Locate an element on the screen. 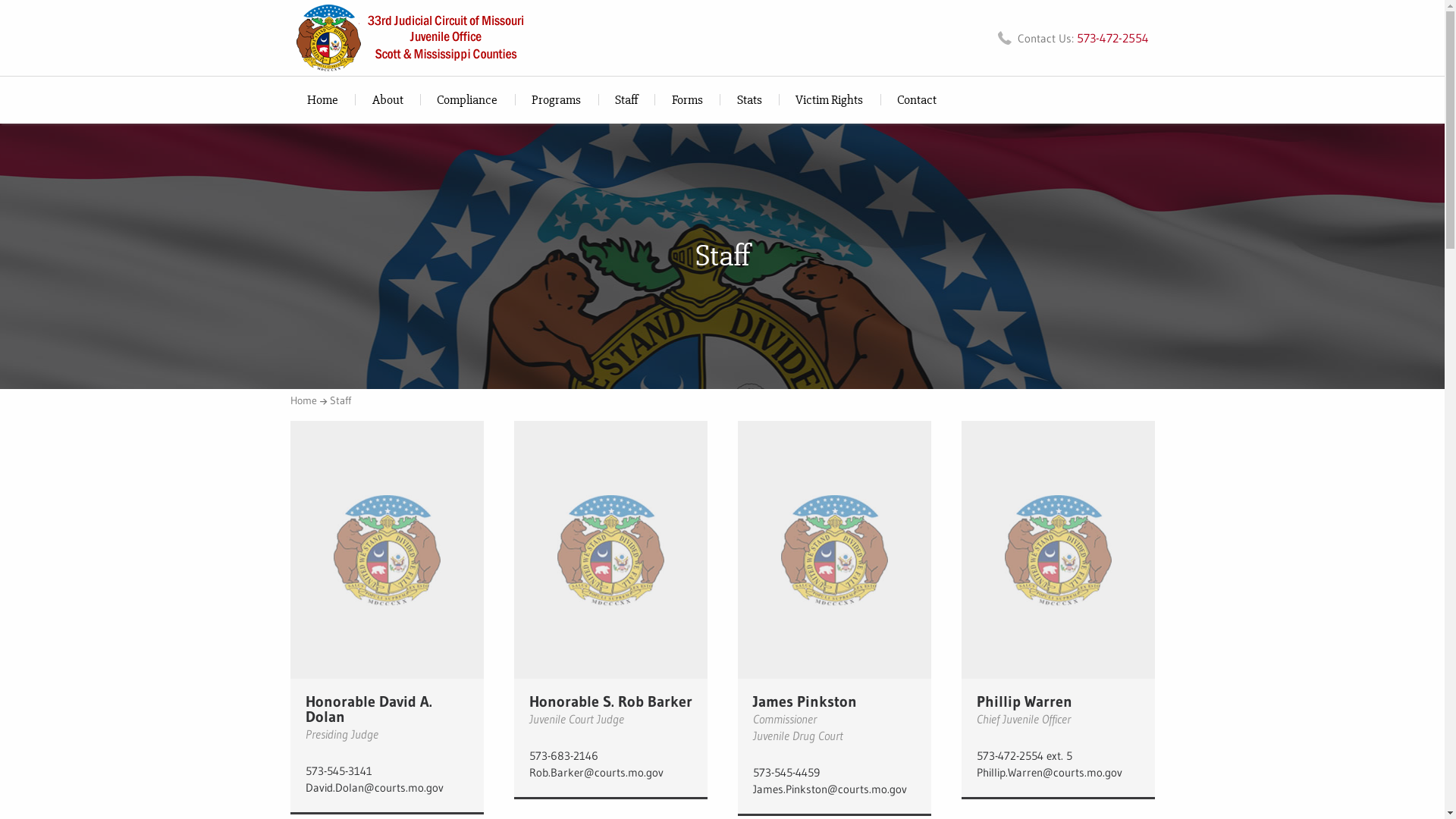 This screenshot has height=819, width=1456. 'About' is located at coordinates (387, 99).